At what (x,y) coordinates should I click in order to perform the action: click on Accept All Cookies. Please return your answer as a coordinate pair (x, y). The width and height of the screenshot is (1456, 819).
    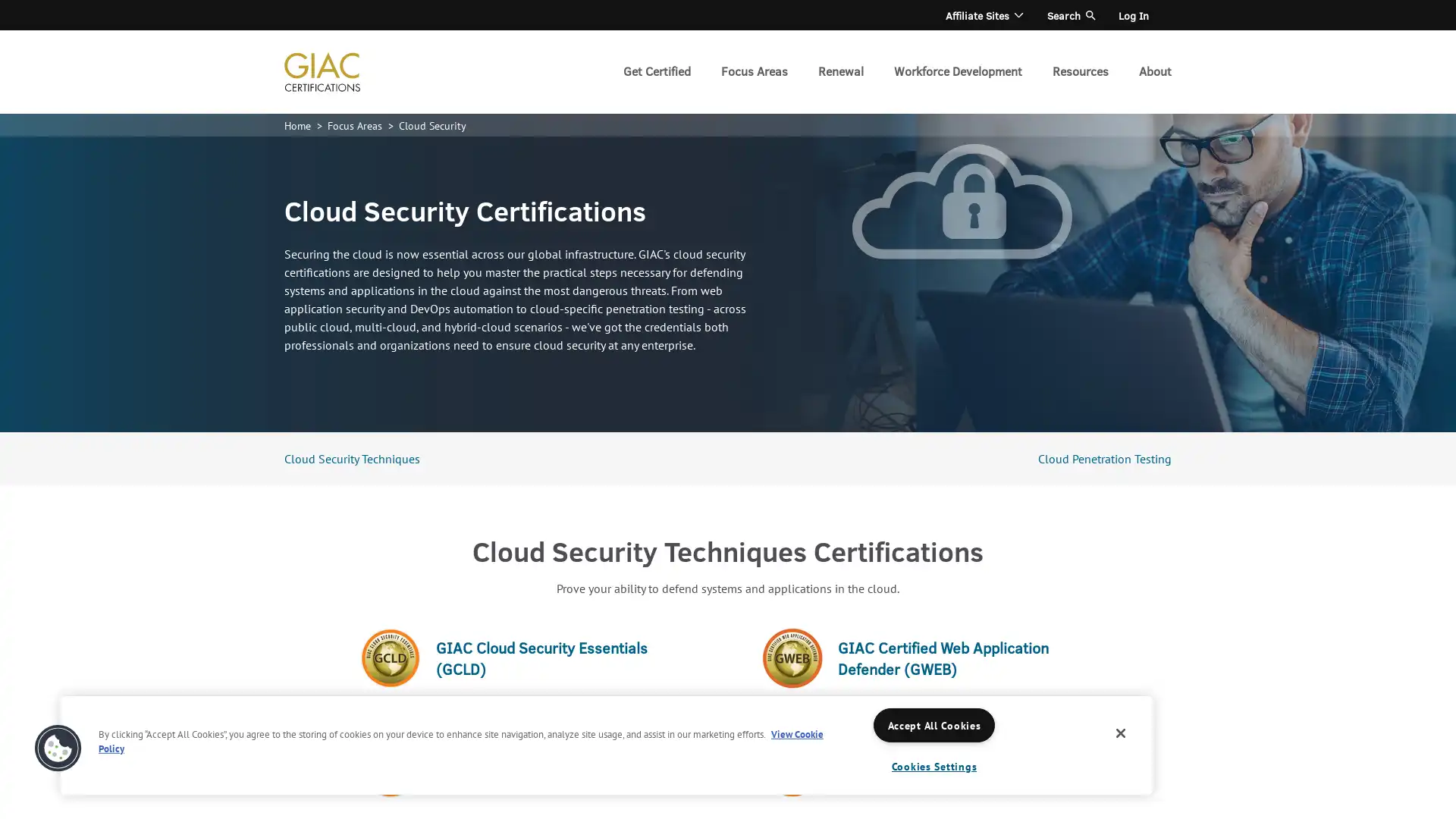
    Looking at the image, I should click on (934, 724).